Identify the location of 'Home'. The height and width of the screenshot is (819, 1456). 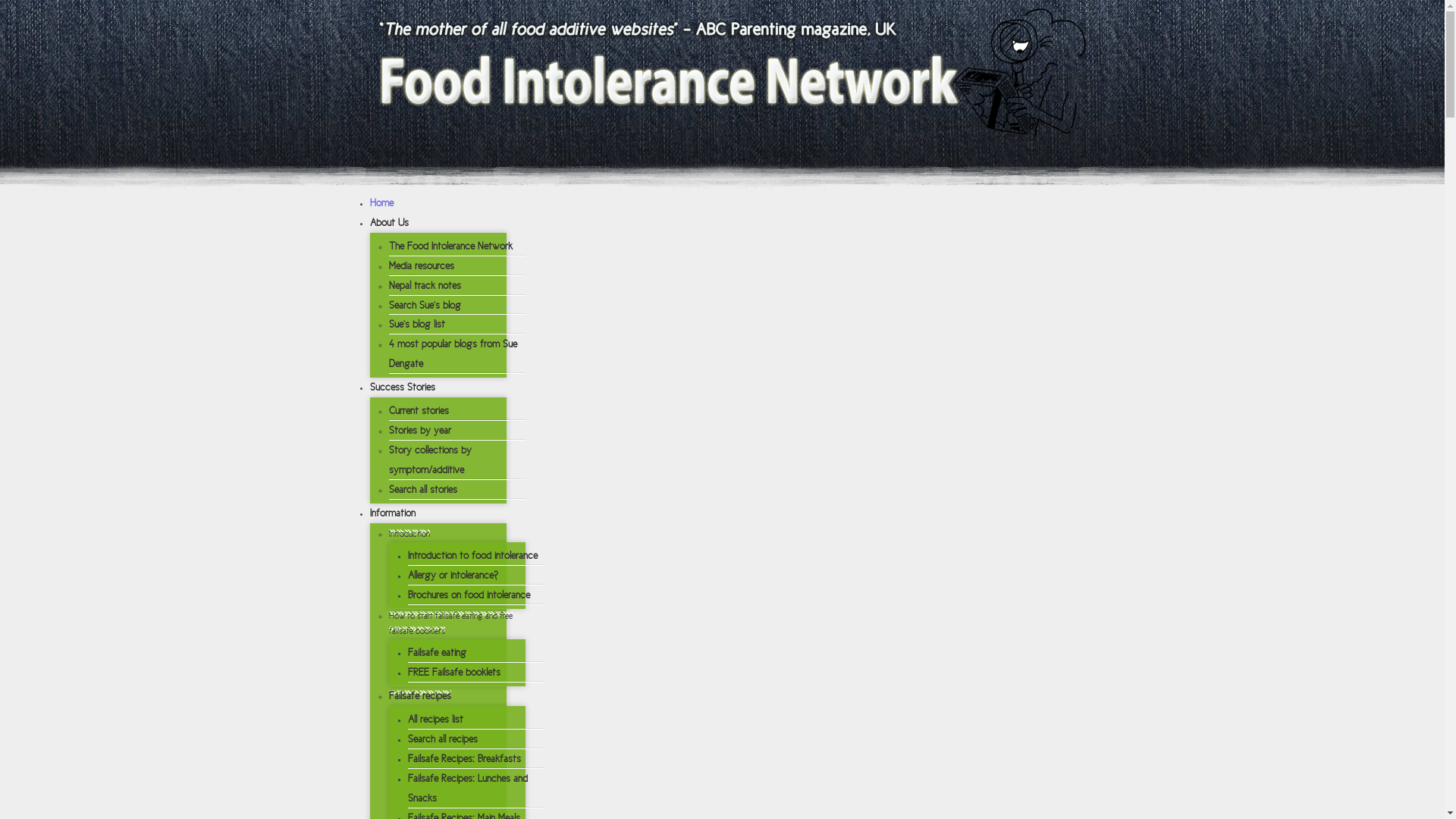
(381, 202).